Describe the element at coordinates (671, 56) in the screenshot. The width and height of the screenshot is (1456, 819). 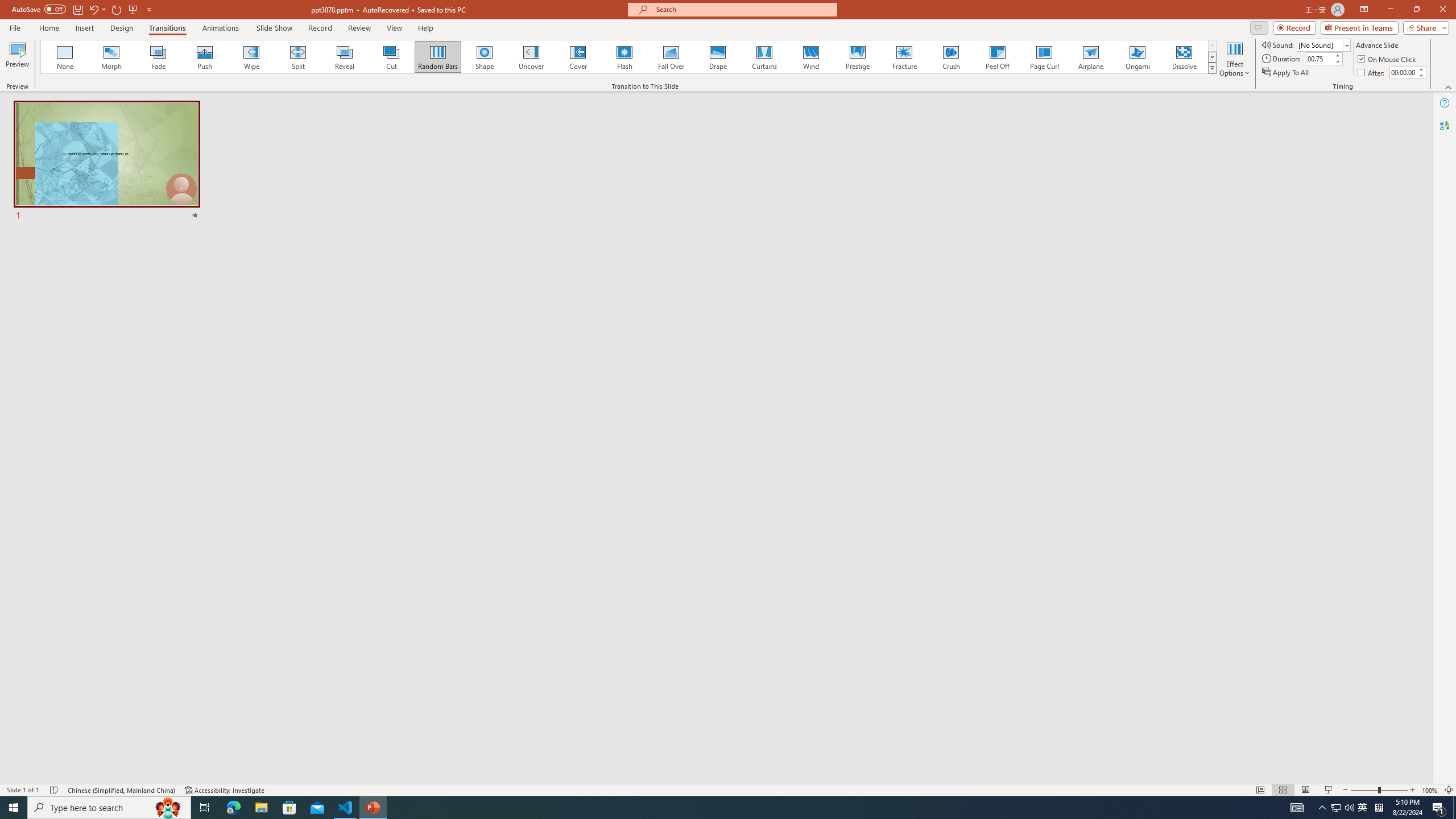
I see `'Fall Over'` at that location.